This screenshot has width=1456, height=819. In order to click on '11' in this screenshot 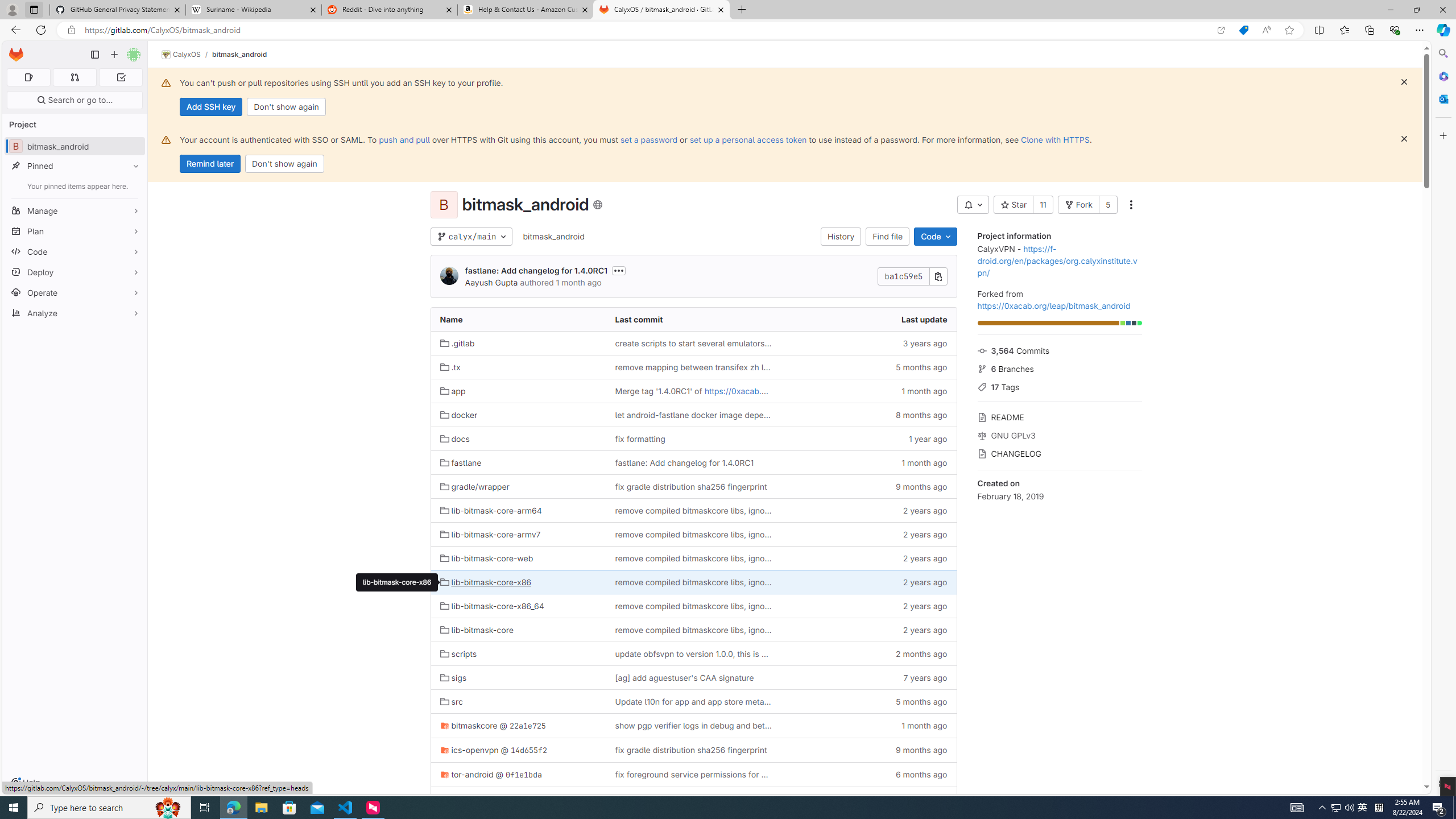, I will do `click(1041, 205)`.